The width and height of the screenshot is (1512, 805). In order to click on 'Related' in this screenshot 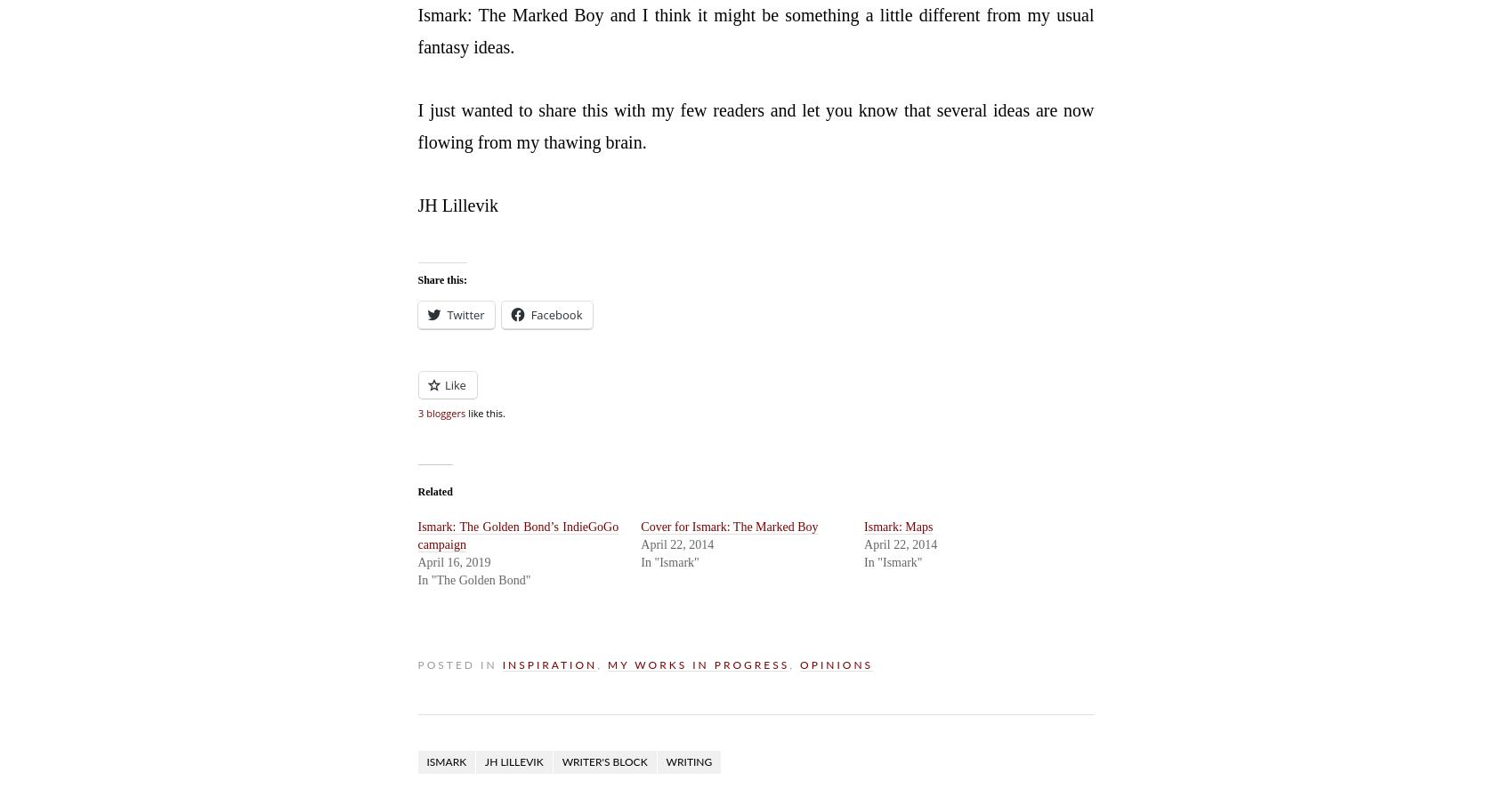, I will do `click(433, 490)`.